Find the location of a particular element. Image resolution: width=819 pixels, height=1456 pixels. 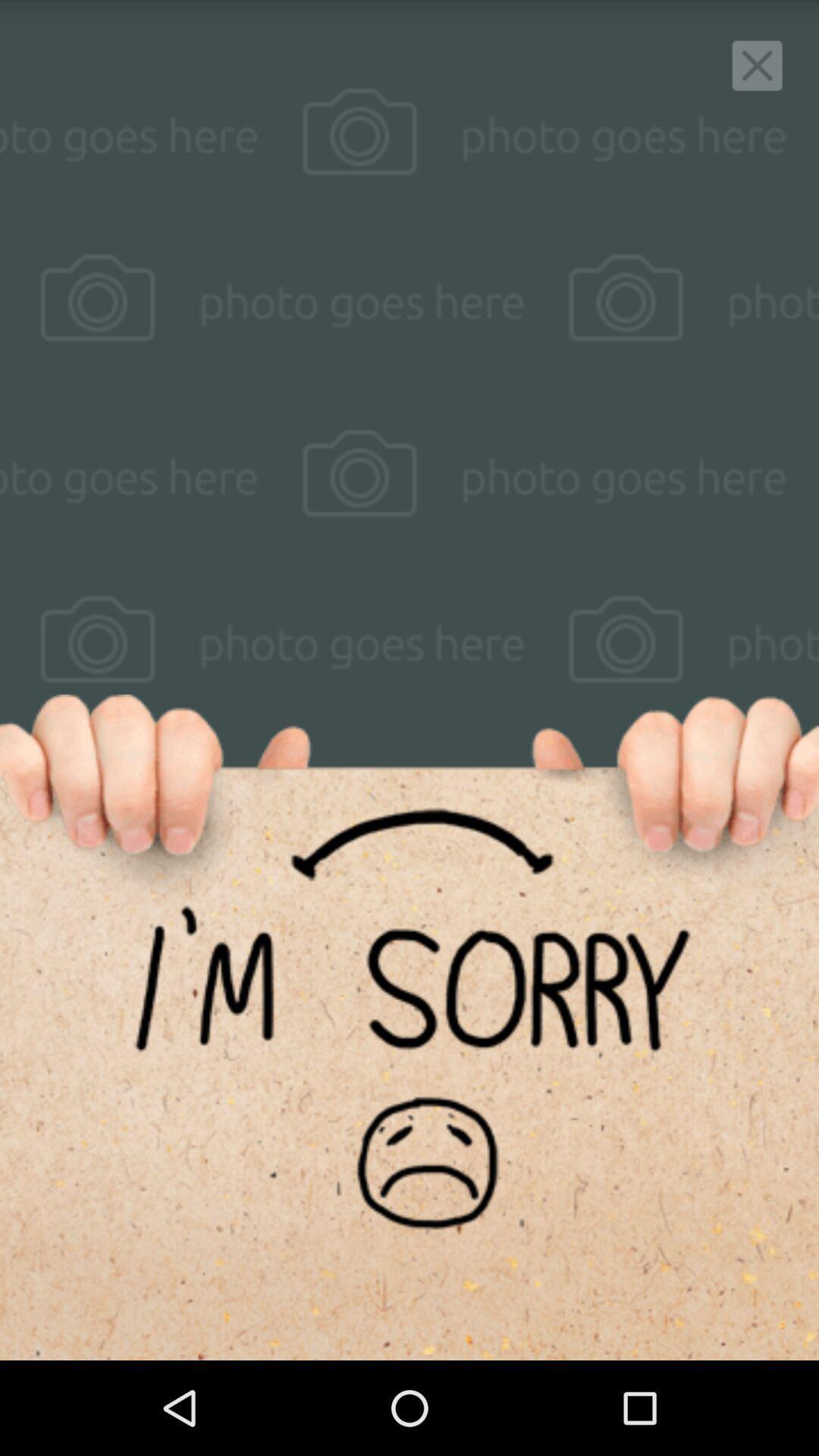

exit screen is located at coordinates (757, 64).